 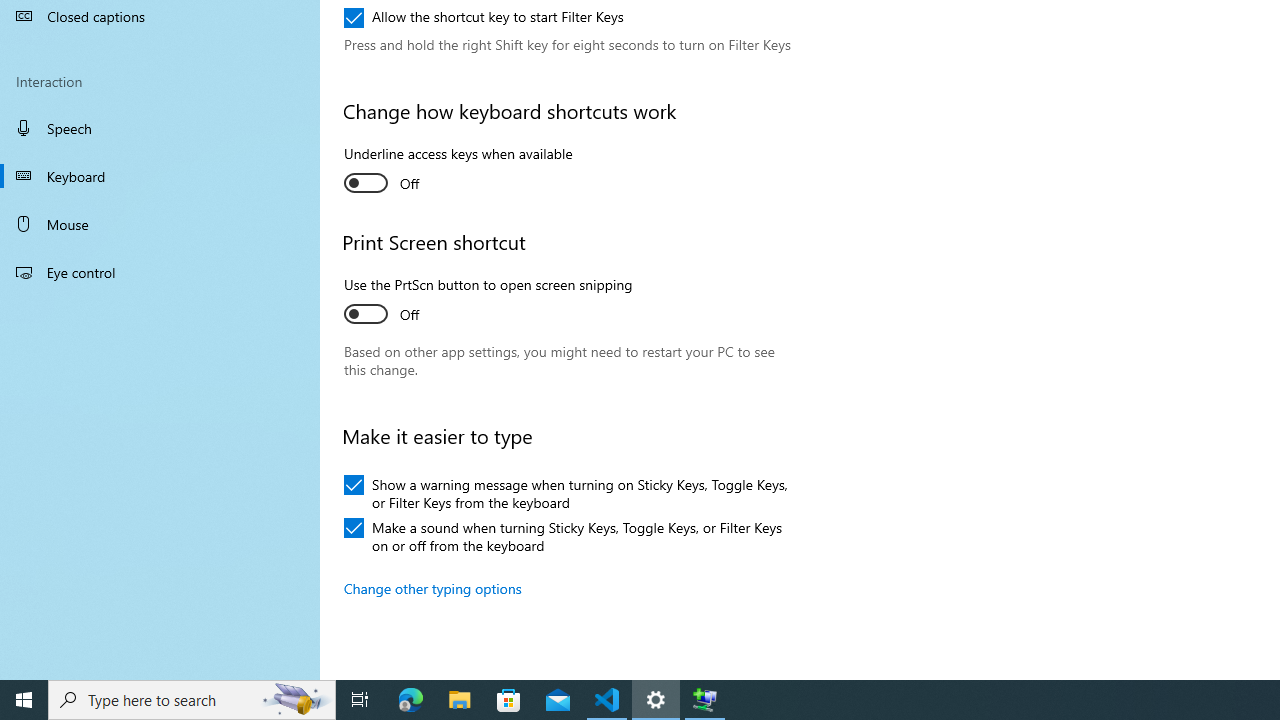 What do you see at coordinates (410, 698) in the screenshot?
I see `'Microsoft Edge'` at bounding box center [410, 698].